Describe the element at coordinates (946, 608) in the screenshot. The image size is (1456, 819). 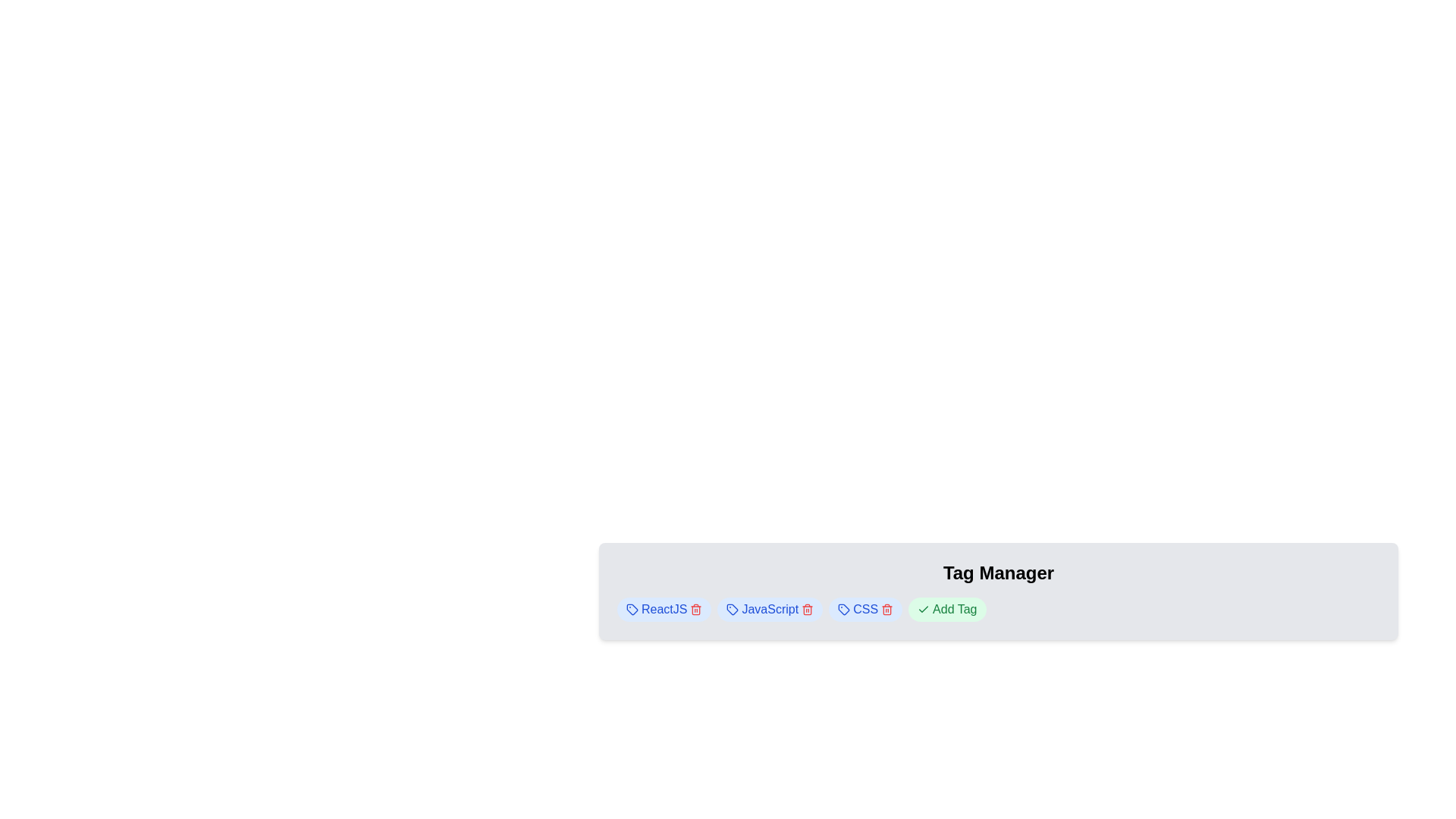
I see `the 'Add Tag' button in the 'Tag Manager' section, which is located to the right of the 'CSS' tag` at that location.